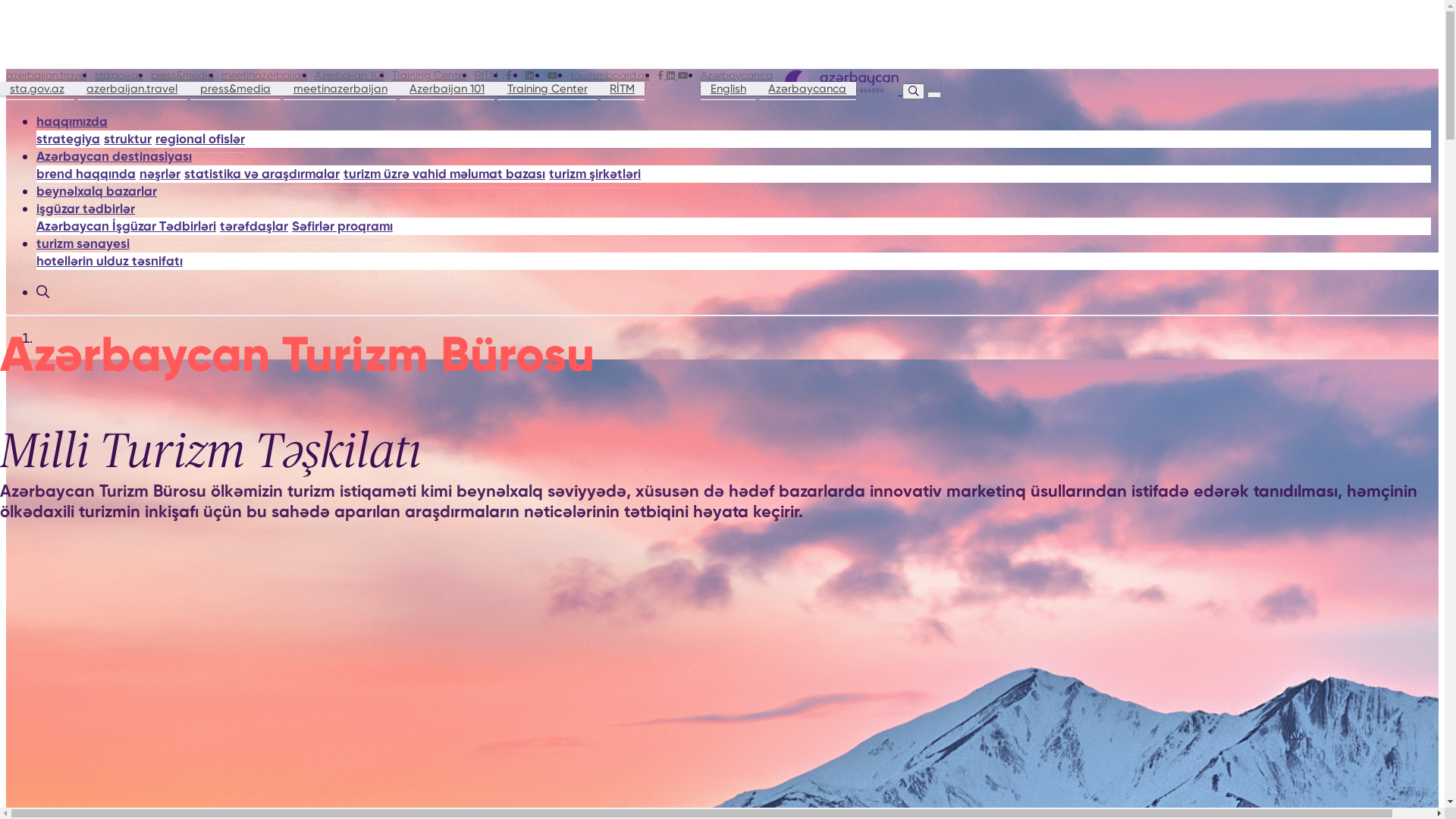 The image size is (1456, 819). I want to click on 'English', so click(728, 89).